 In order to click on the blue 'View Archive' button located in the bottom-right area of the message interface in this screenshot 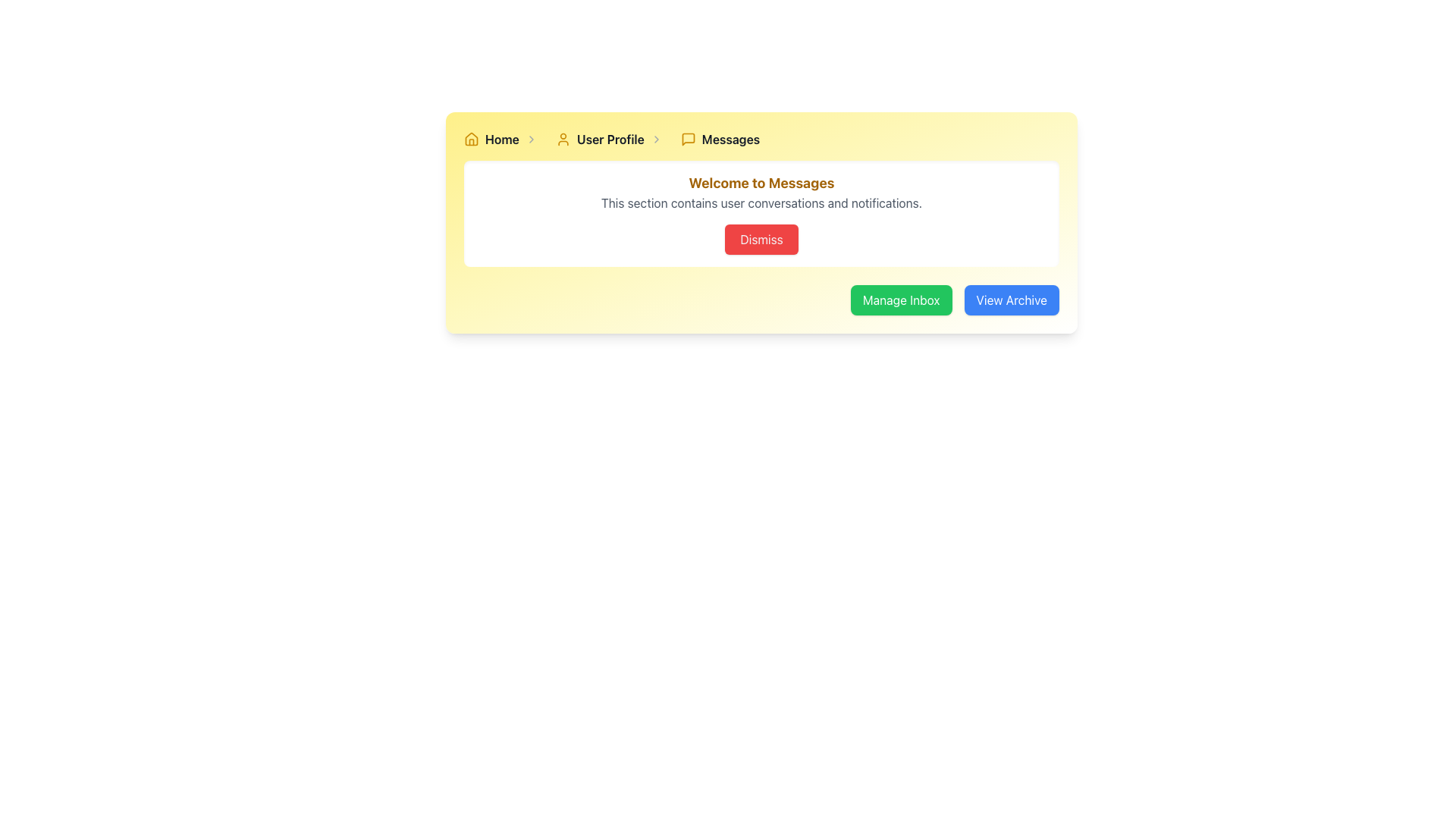, I will do `click(1012, 300)`.